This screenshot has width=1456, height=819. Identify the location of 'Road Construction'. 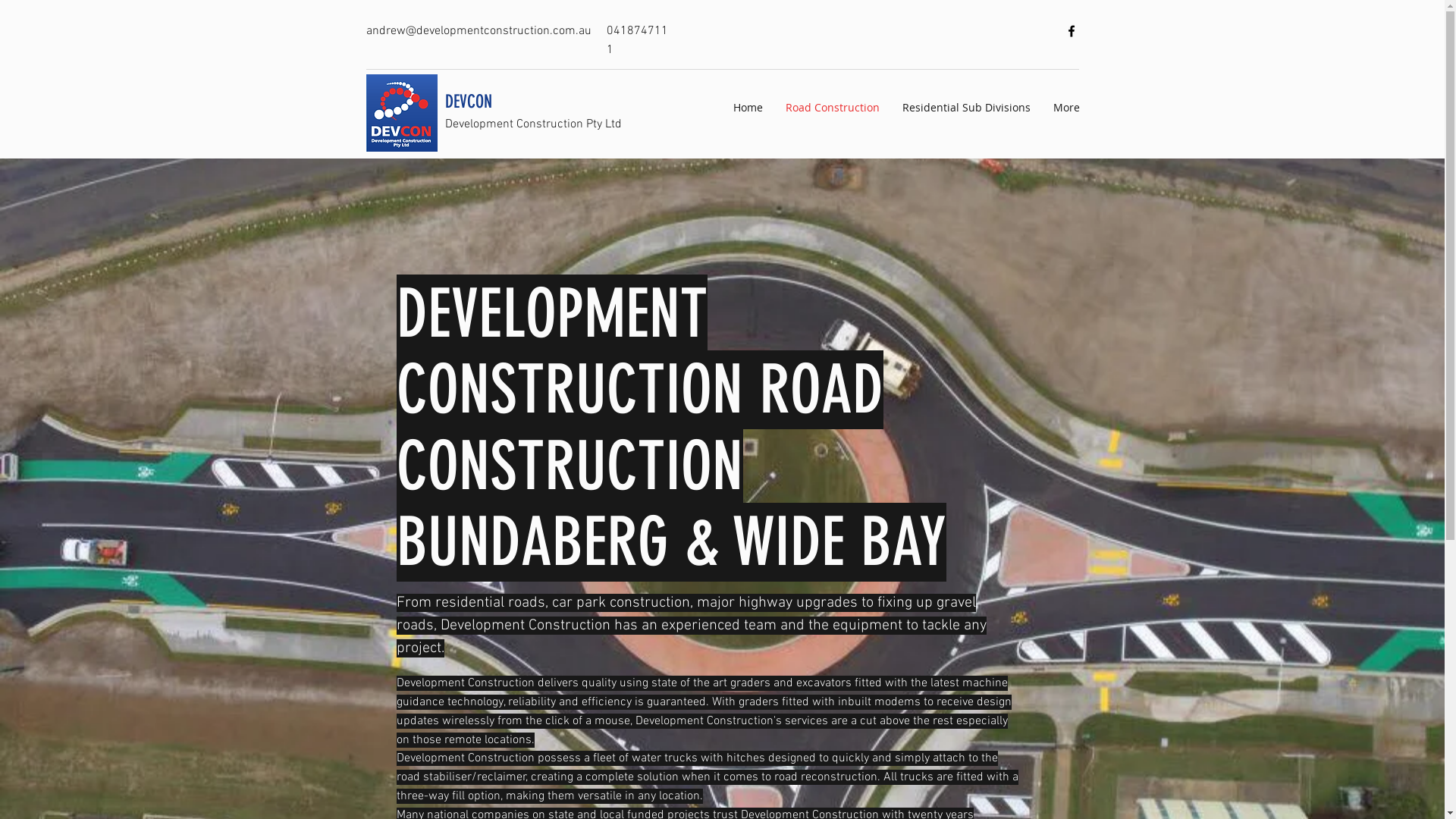
(831, 107).